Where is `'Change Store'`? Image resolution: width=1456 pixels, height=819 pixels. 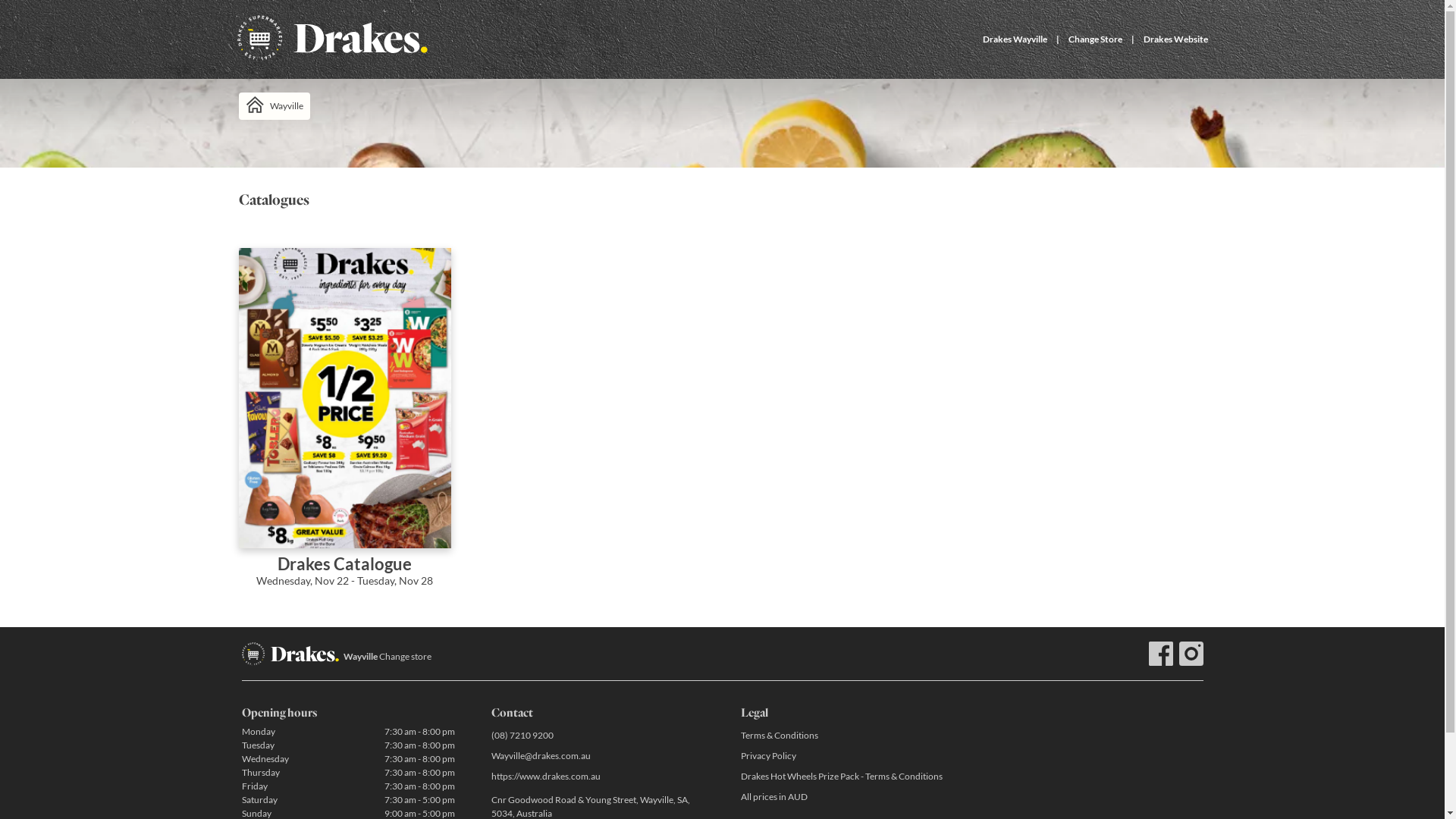 'Change Store' is located at coordinates (1094, 38).